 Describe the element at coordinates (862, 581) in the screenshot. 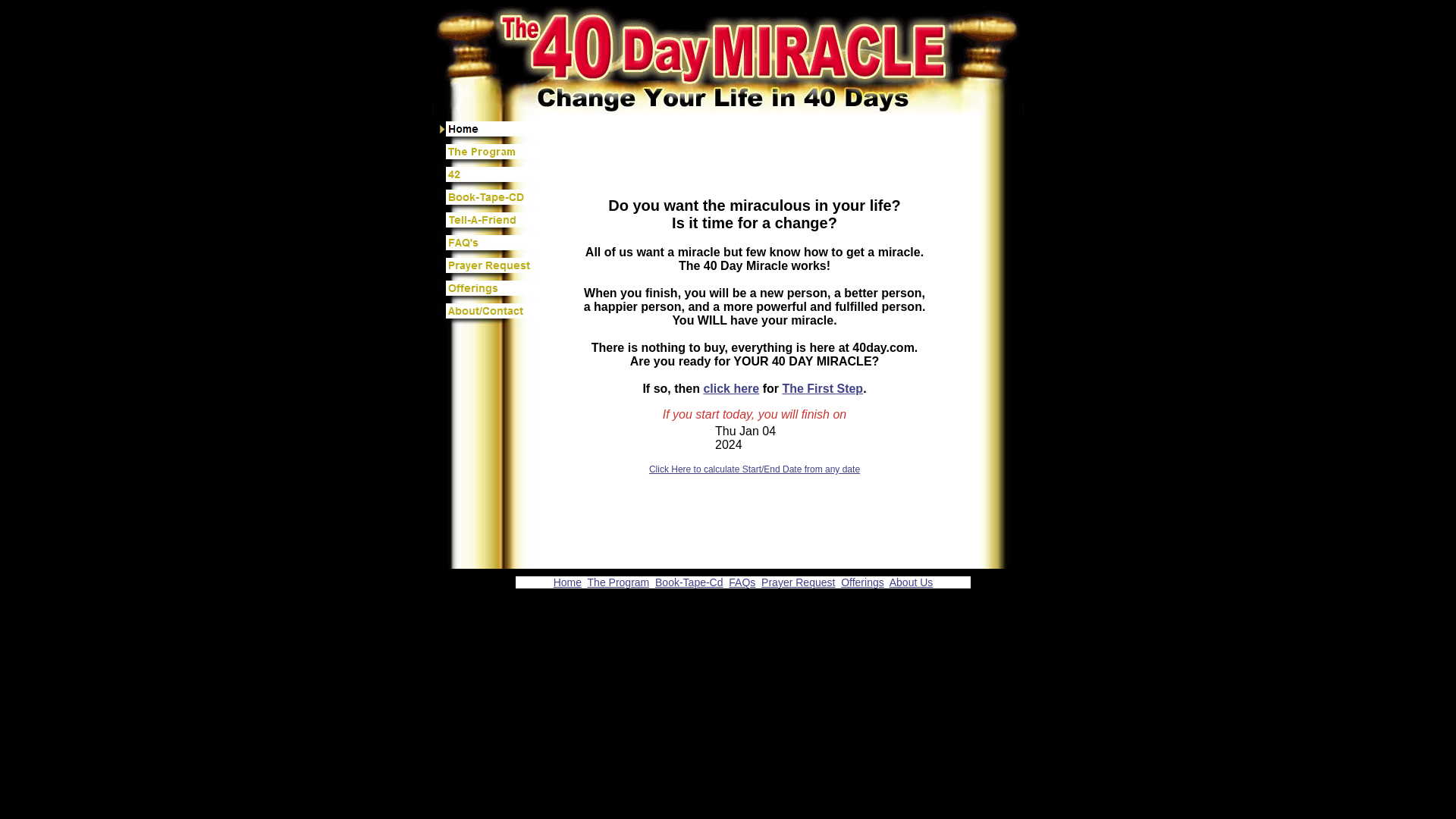

I see `'Offerings'` at that location.